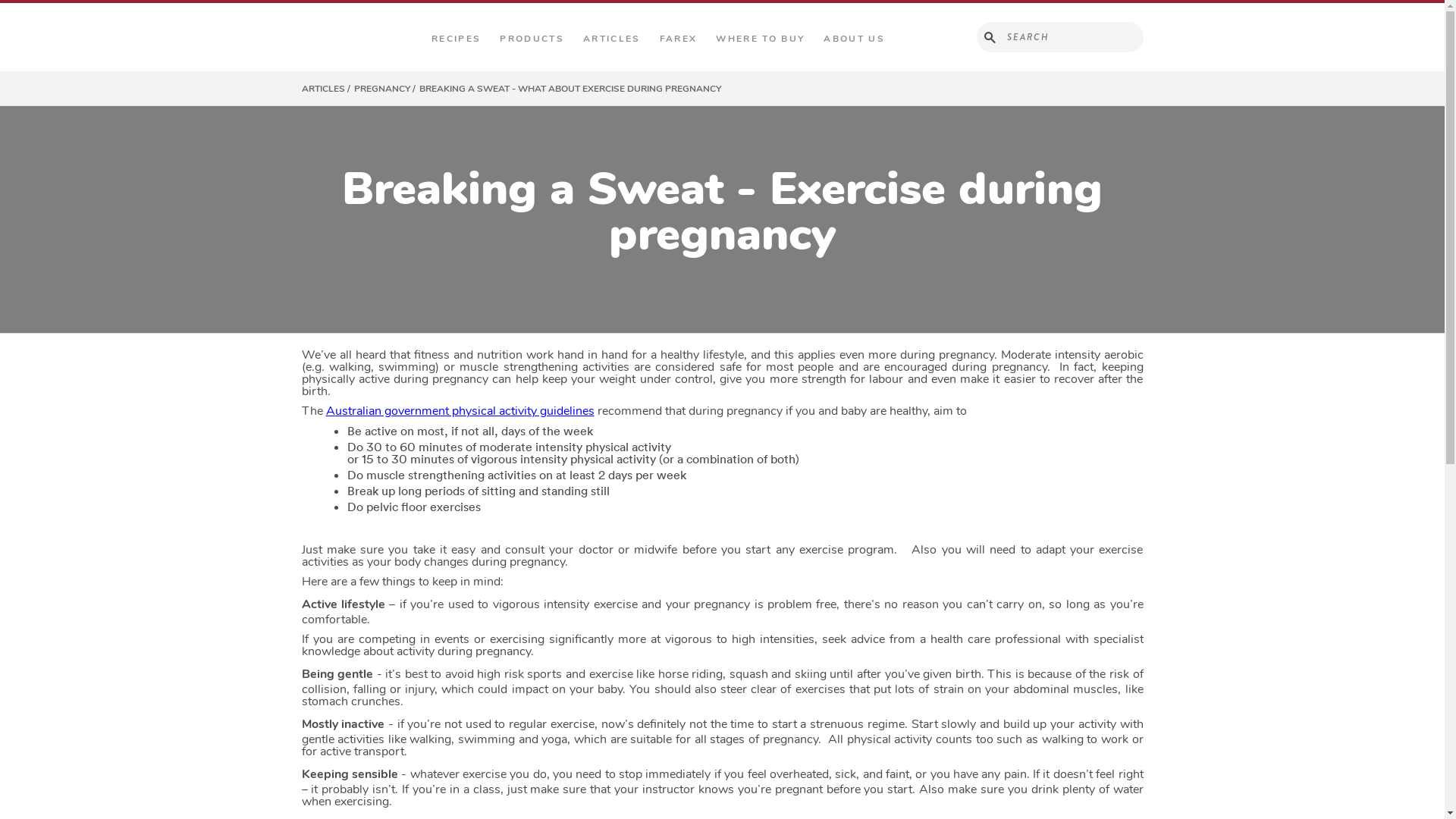  I want to click on 'PRODUCTS', so click(495, 37).